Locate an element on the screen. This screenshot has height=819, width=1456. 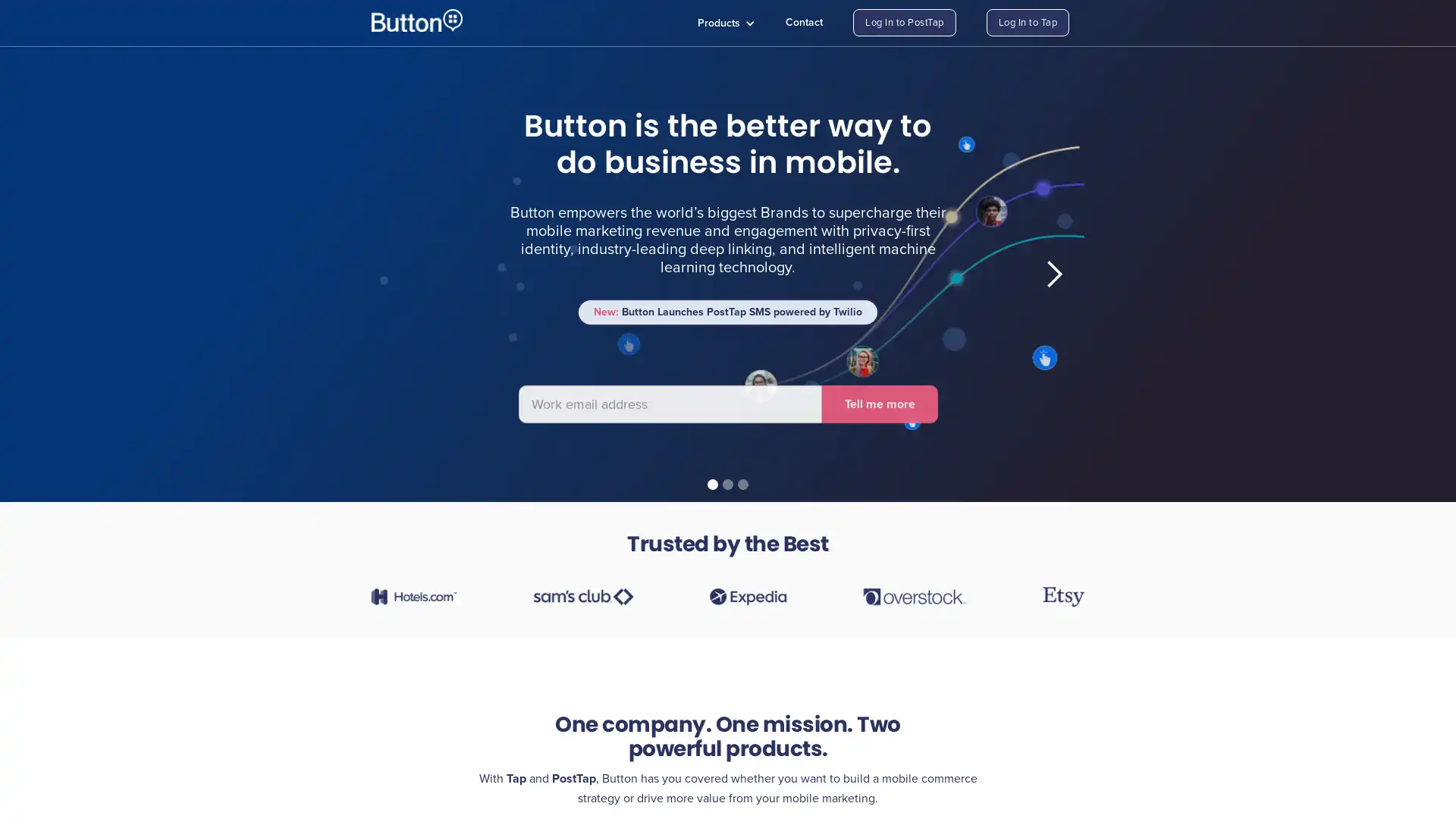
Show slide 3 of 3 is located at coordinates (742, 485).